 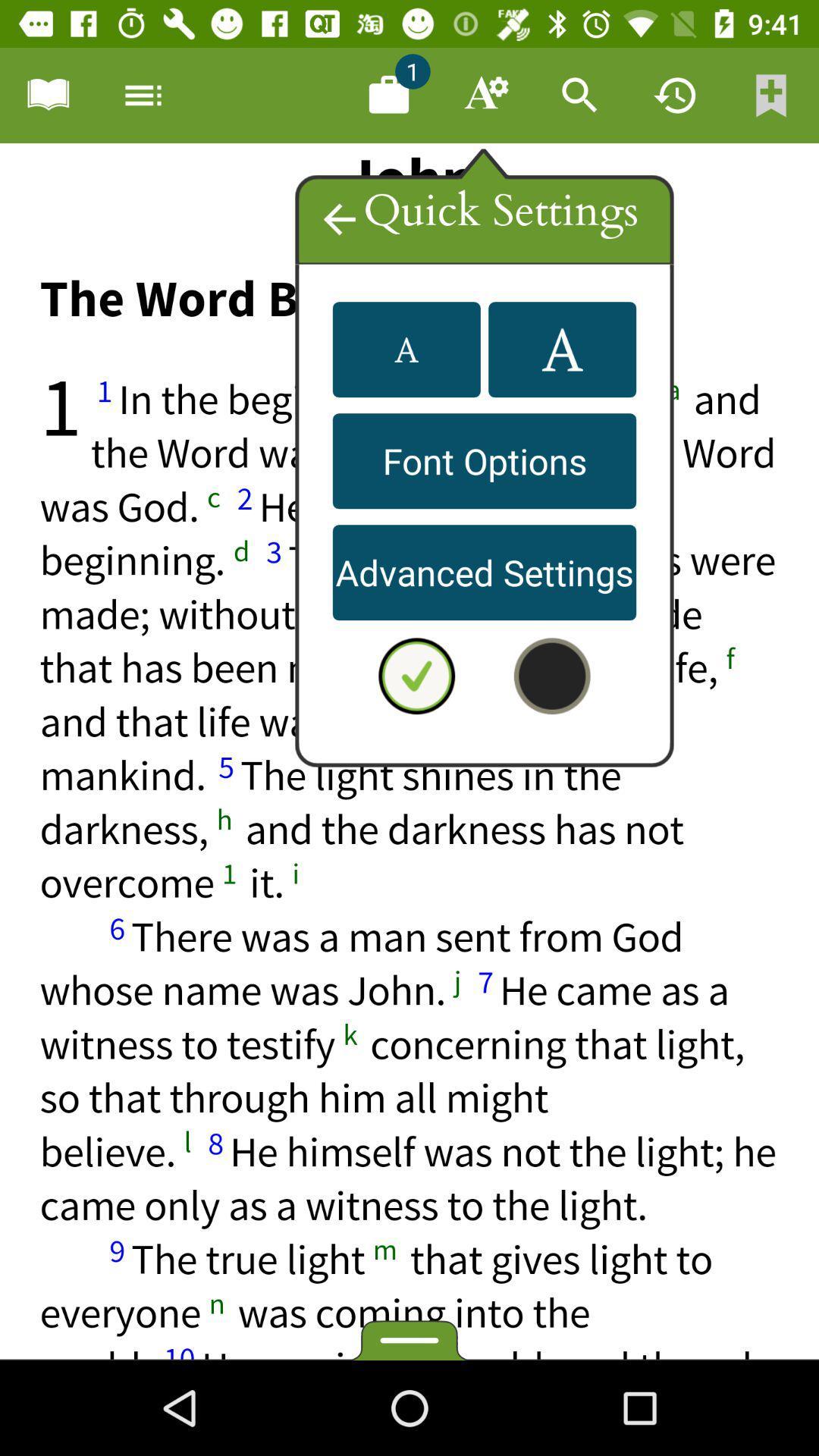 I want to click on launch table of contents, so click(x=46, y=94).